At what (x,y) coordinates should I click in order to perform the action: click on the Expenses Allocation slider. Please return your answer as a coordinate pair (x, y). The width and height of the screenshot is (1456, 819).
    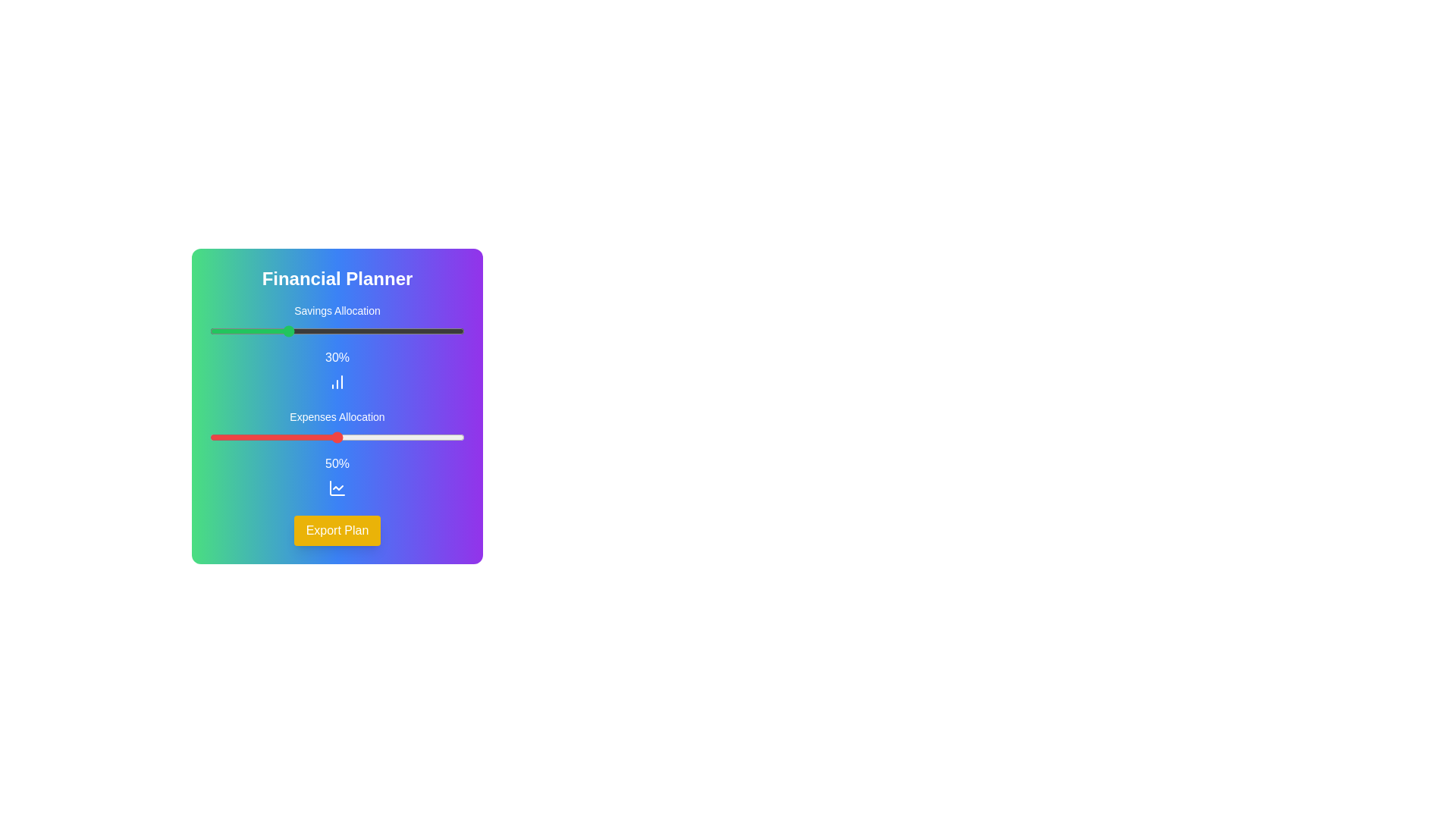
    Looking at the image, I should click on (309, 438).